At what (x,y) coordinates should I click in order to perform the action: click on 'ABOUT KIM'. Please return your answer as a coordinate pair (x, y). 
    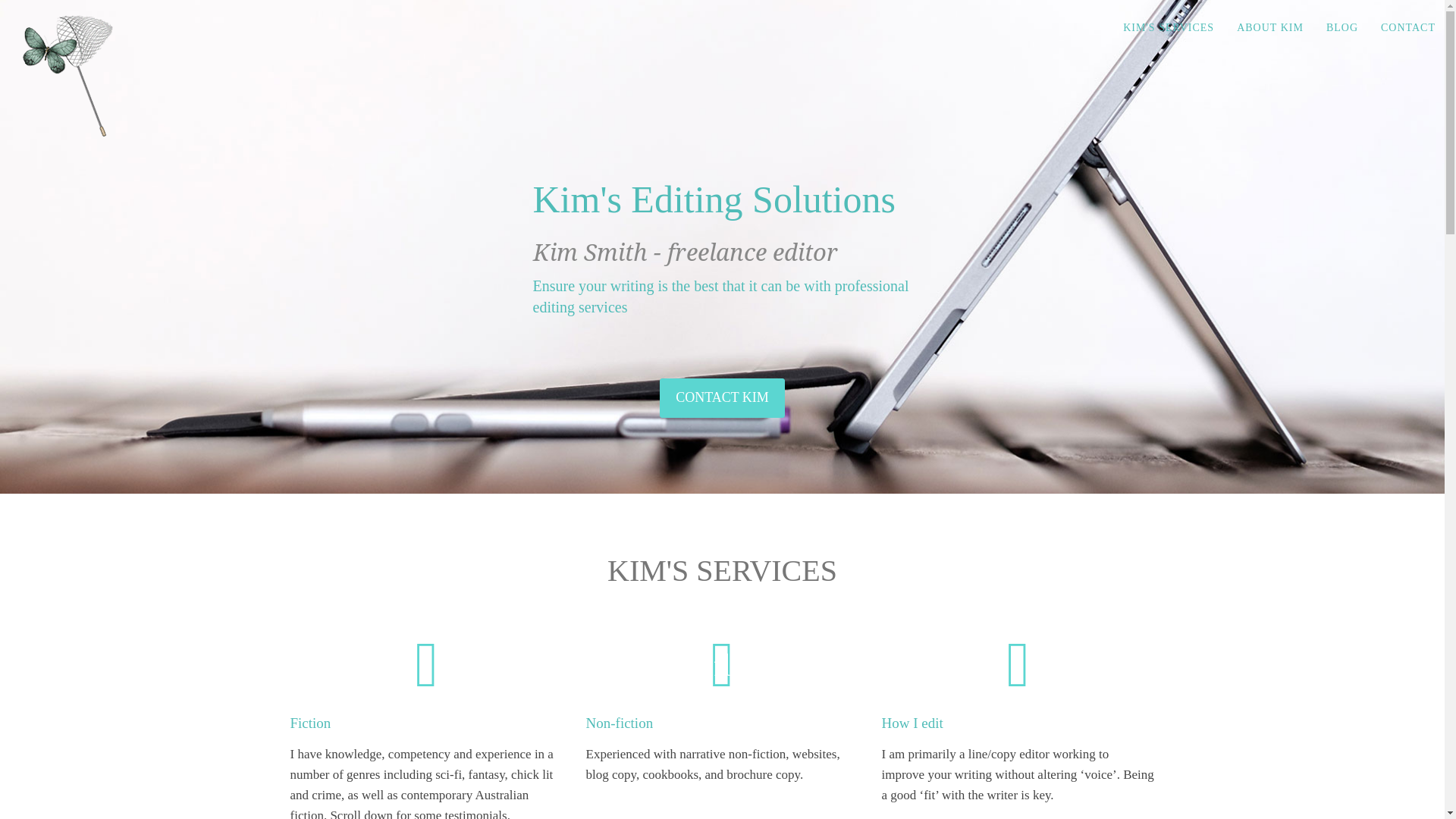
    Looking at the image, I should click on (1225, 28).